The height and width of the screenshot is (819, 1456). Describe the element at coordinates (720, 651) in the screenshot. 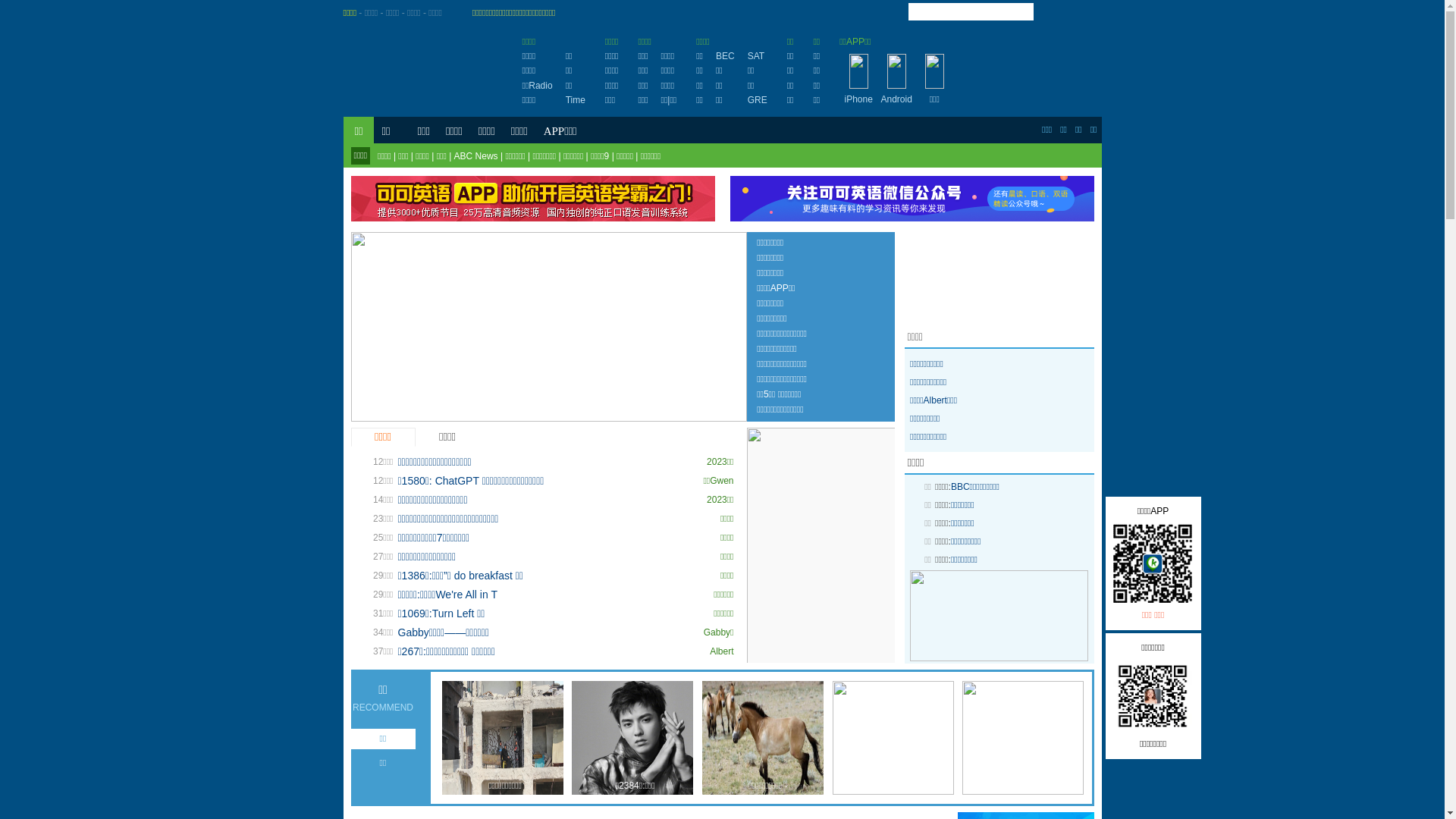

I see `'Albert'` at that location.